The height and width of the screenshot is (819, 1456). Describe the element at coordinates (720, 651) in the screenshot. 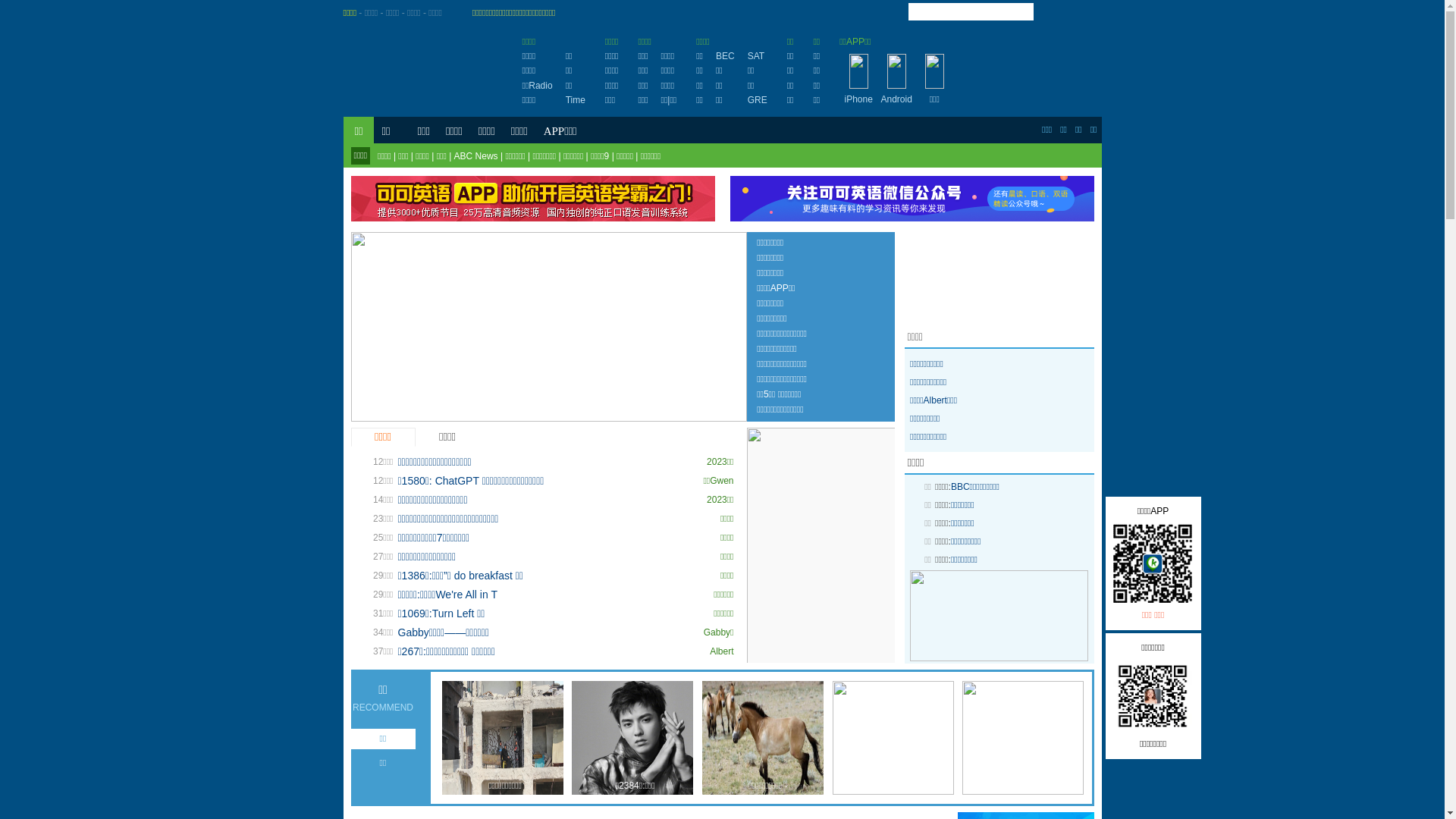

I see `'Albert'` at that location.